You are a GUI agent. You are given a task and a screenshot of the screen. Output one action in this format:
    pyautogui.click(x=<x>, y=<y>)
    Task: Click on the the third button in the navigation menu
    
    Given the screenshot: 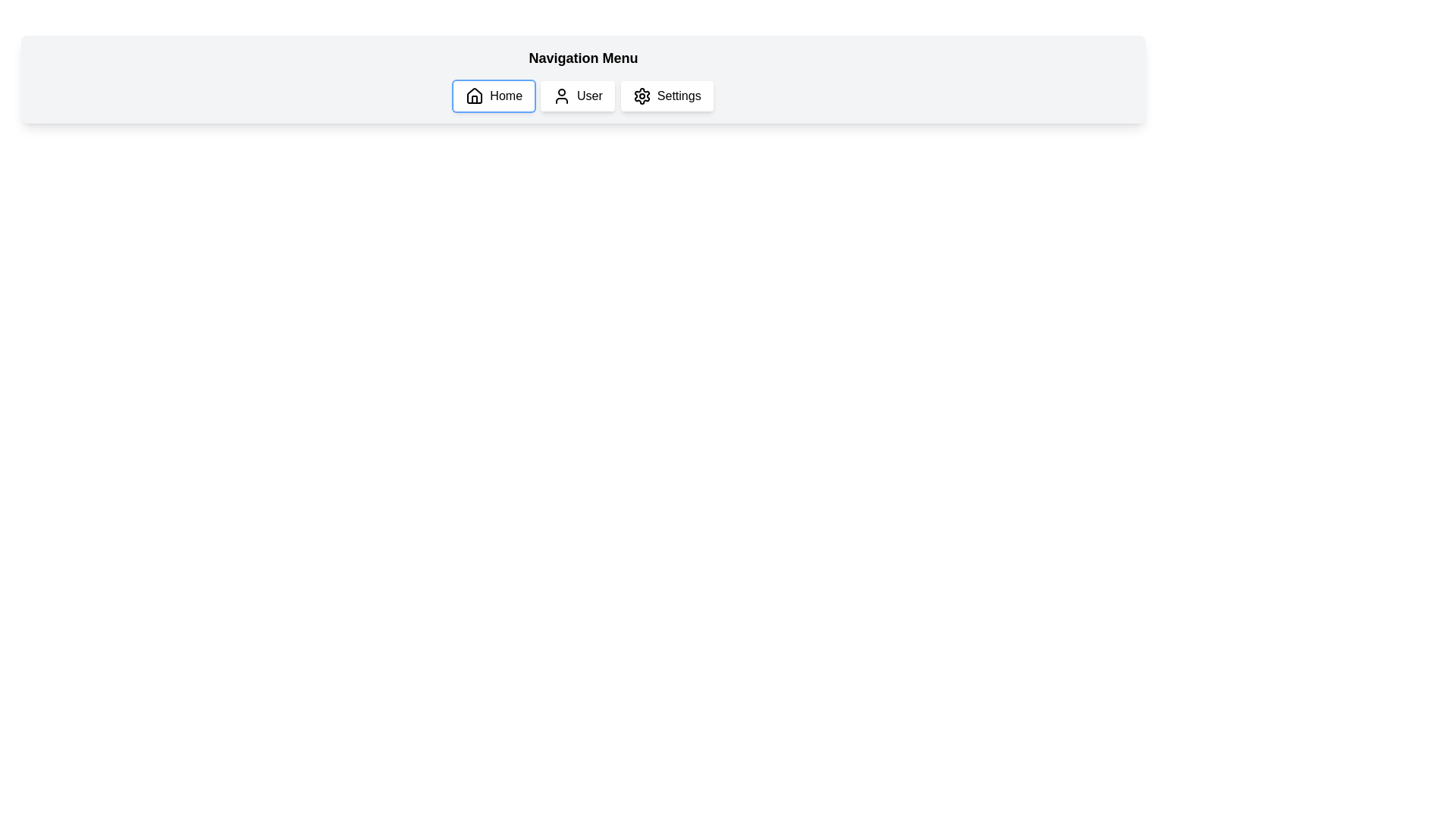 What is the action you would take?
    pyautogui.click(x=667, y=96)
    